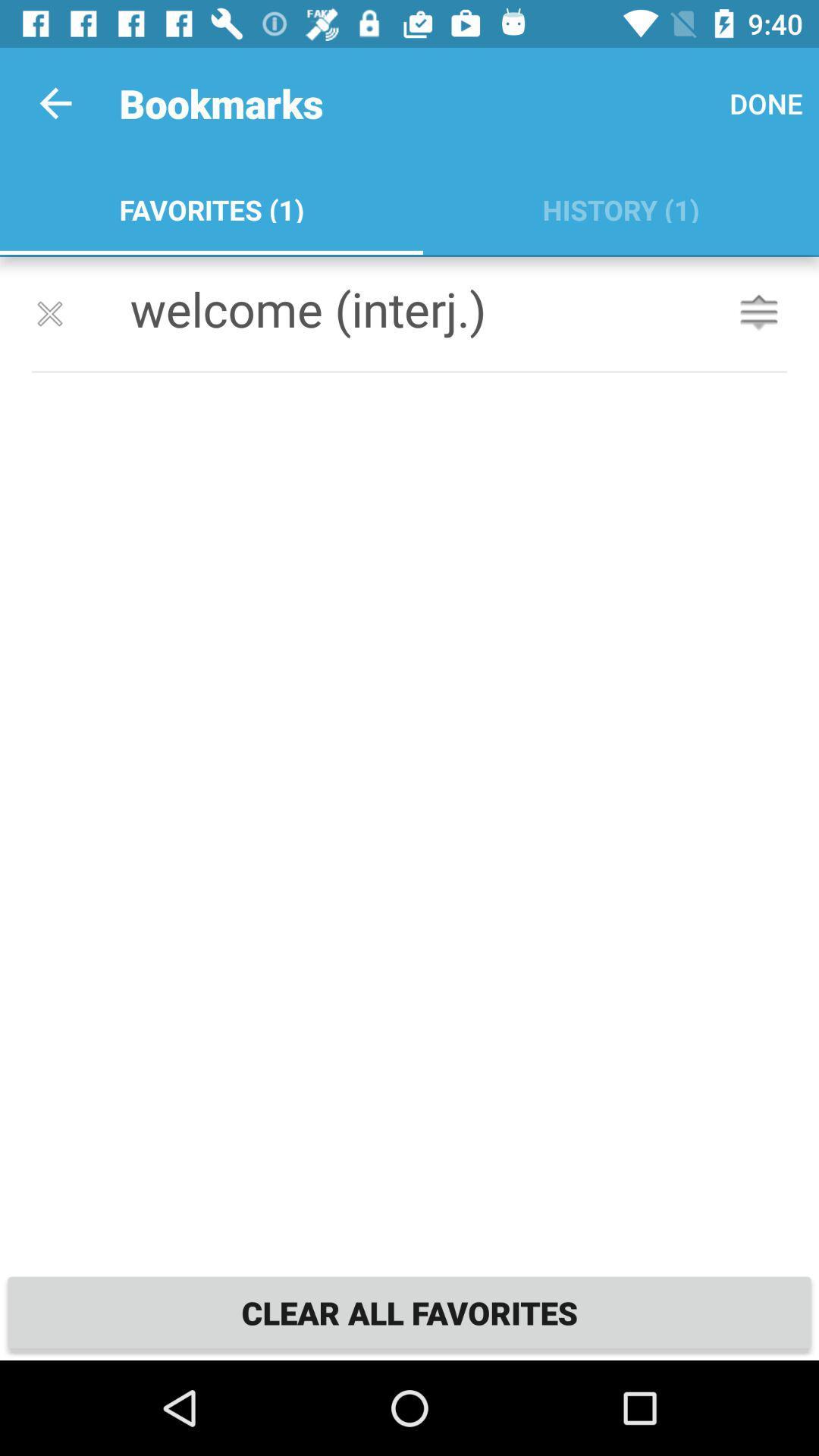 Image resolution: width=819 pixels, height=1456 pixels. I want to click on the history (1), so click(620, 206).